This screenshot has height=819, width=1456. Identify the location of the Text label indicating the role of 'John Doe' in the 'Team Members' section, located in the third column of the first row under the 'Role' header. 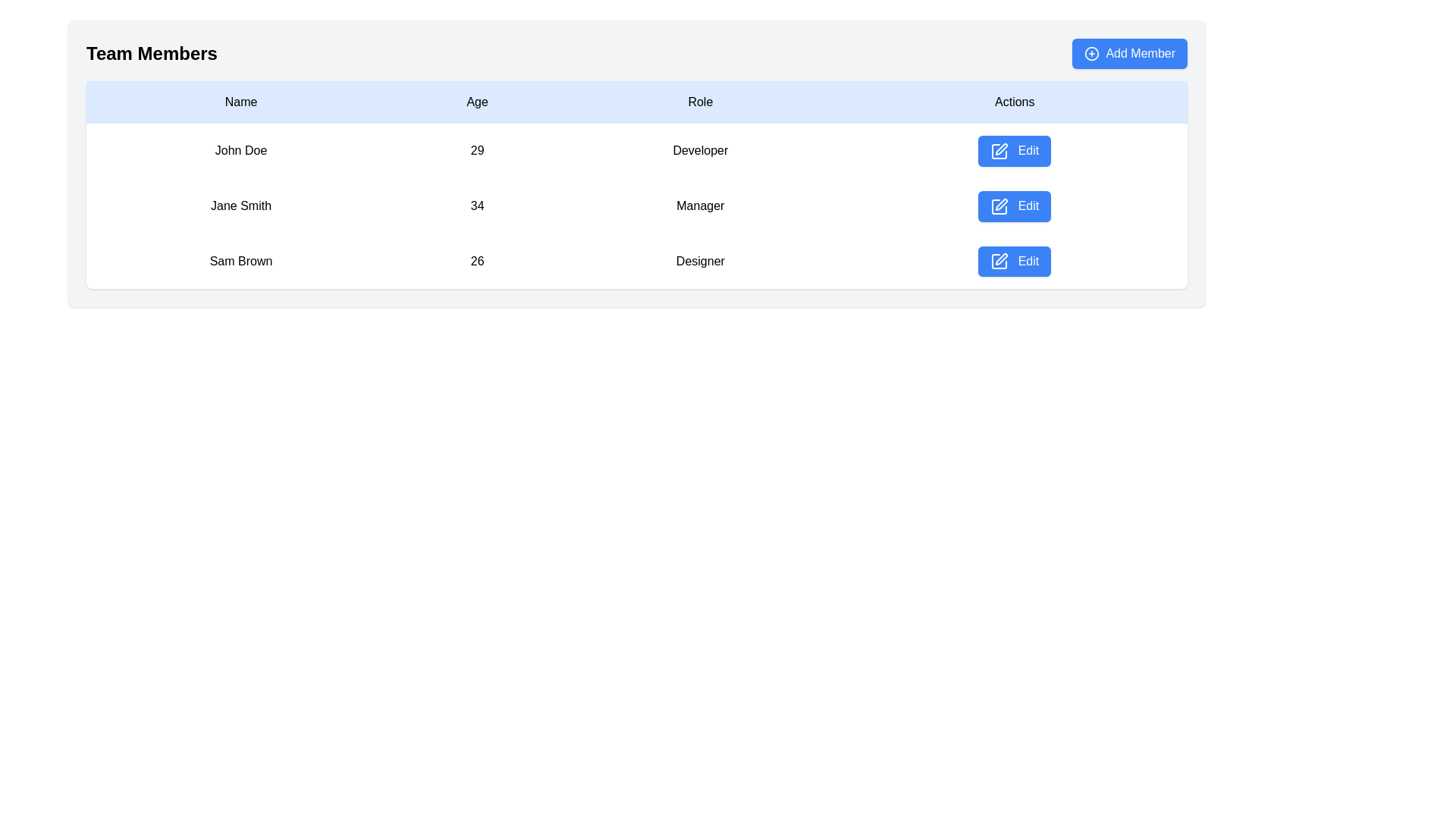
(699, 151).